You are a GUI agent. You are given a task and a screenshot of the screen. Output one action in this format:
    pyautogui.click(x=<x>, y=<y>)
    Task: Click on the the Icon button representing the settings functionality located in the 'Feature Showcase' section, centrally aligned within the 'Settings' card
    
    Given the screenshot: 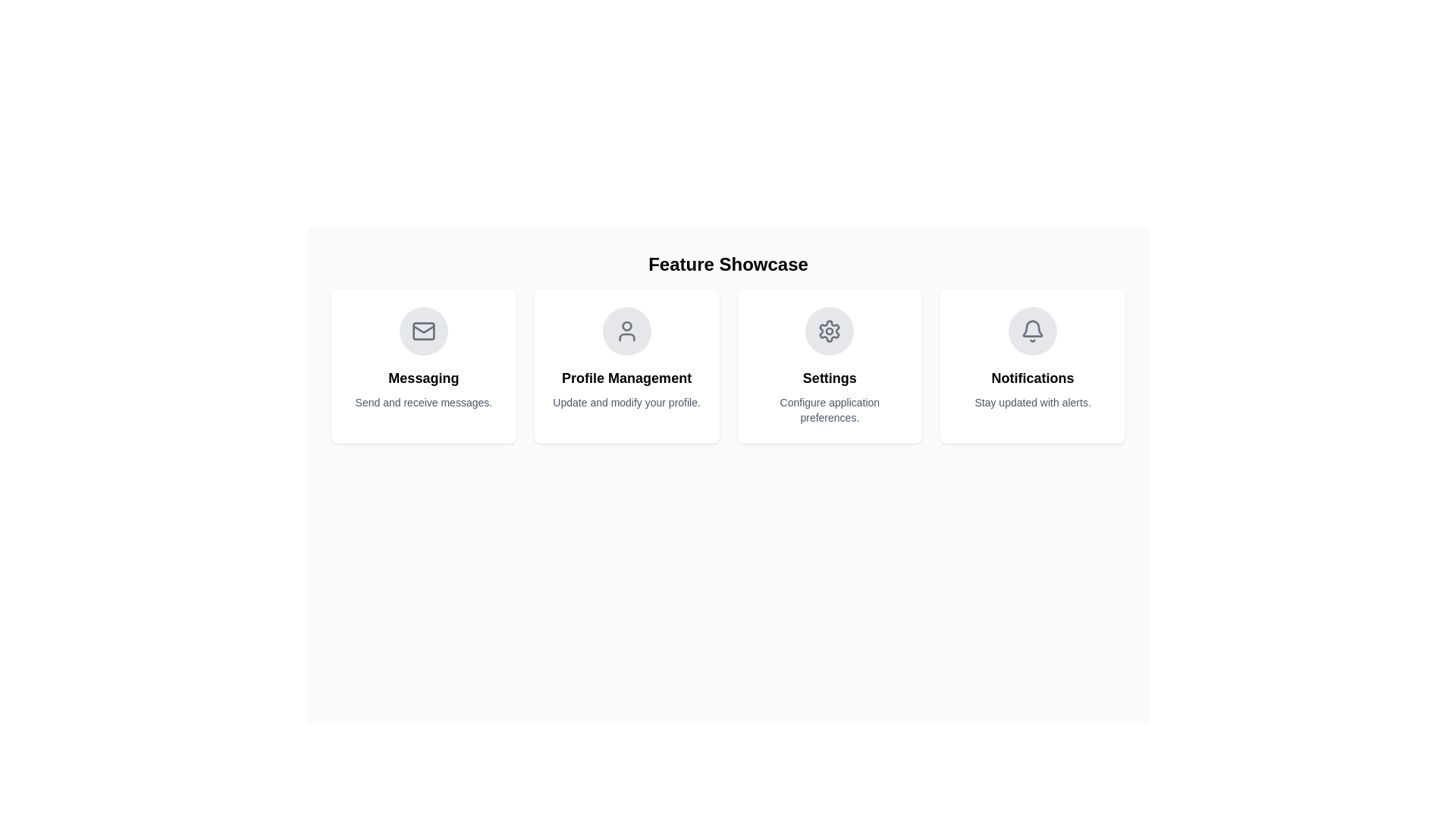 What is the action you would take?
    pyautogui.click(x=829, y=330)
    